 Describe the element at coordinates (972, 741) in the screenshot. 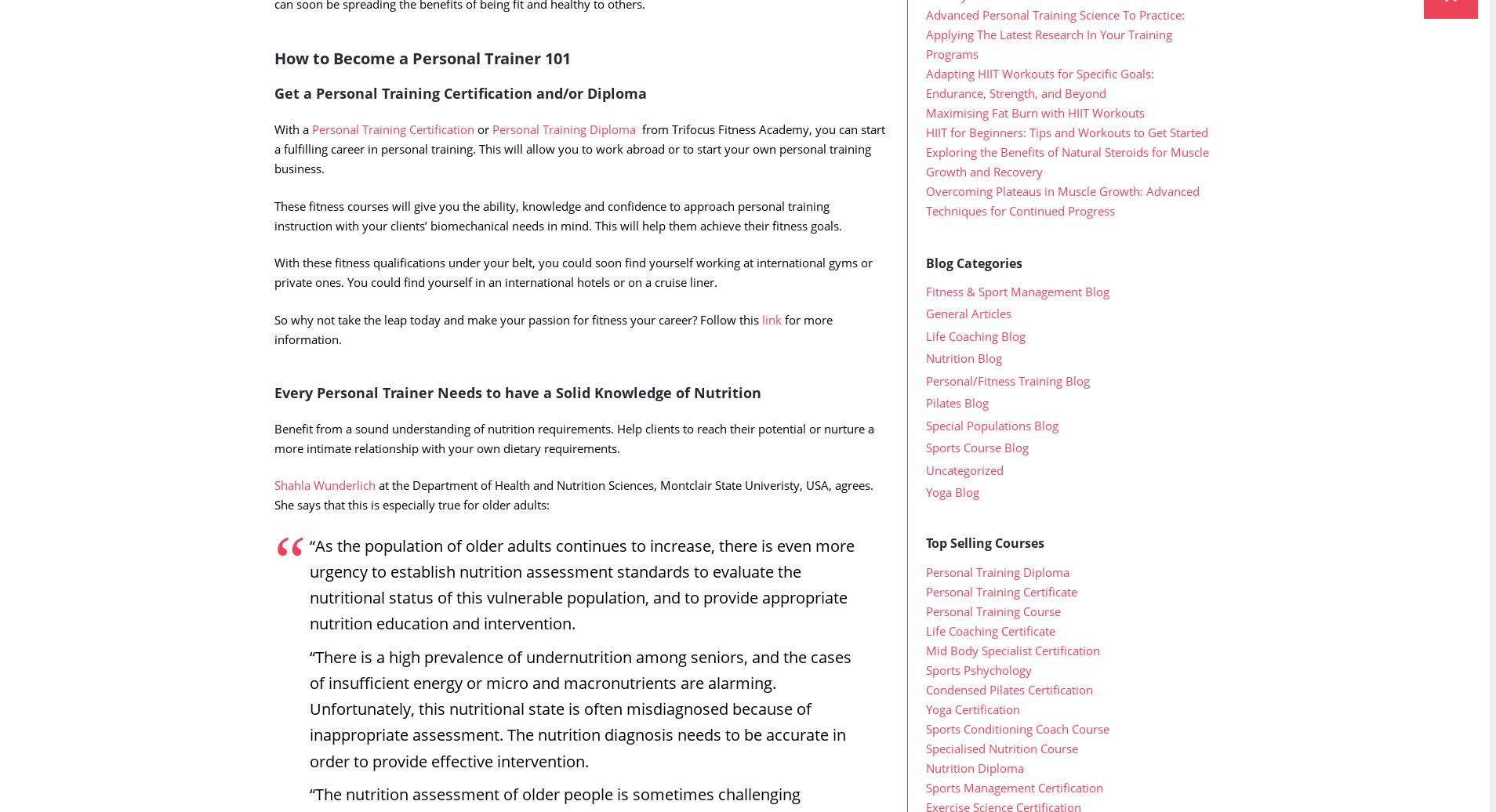

I see `'Yoga Certification'` at that location.